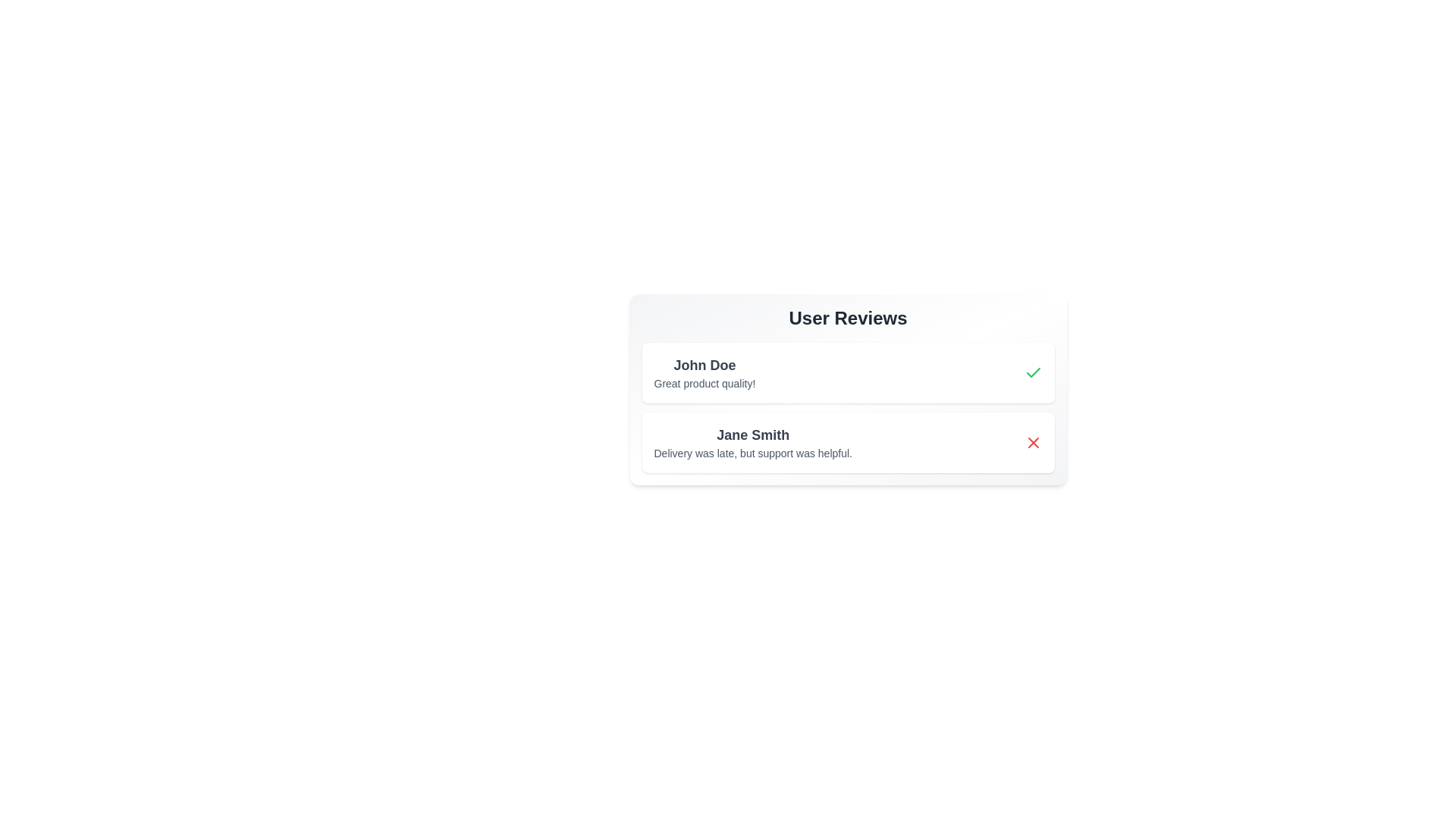 This screenshot has height=819, width=1456. What do you see at coordinates (704, 373) in the screenshot?
I see `the text block containing 'John Doe' and 'Great product quality!' located in the top section of the user reviews card` at bounding box center [704, 373].